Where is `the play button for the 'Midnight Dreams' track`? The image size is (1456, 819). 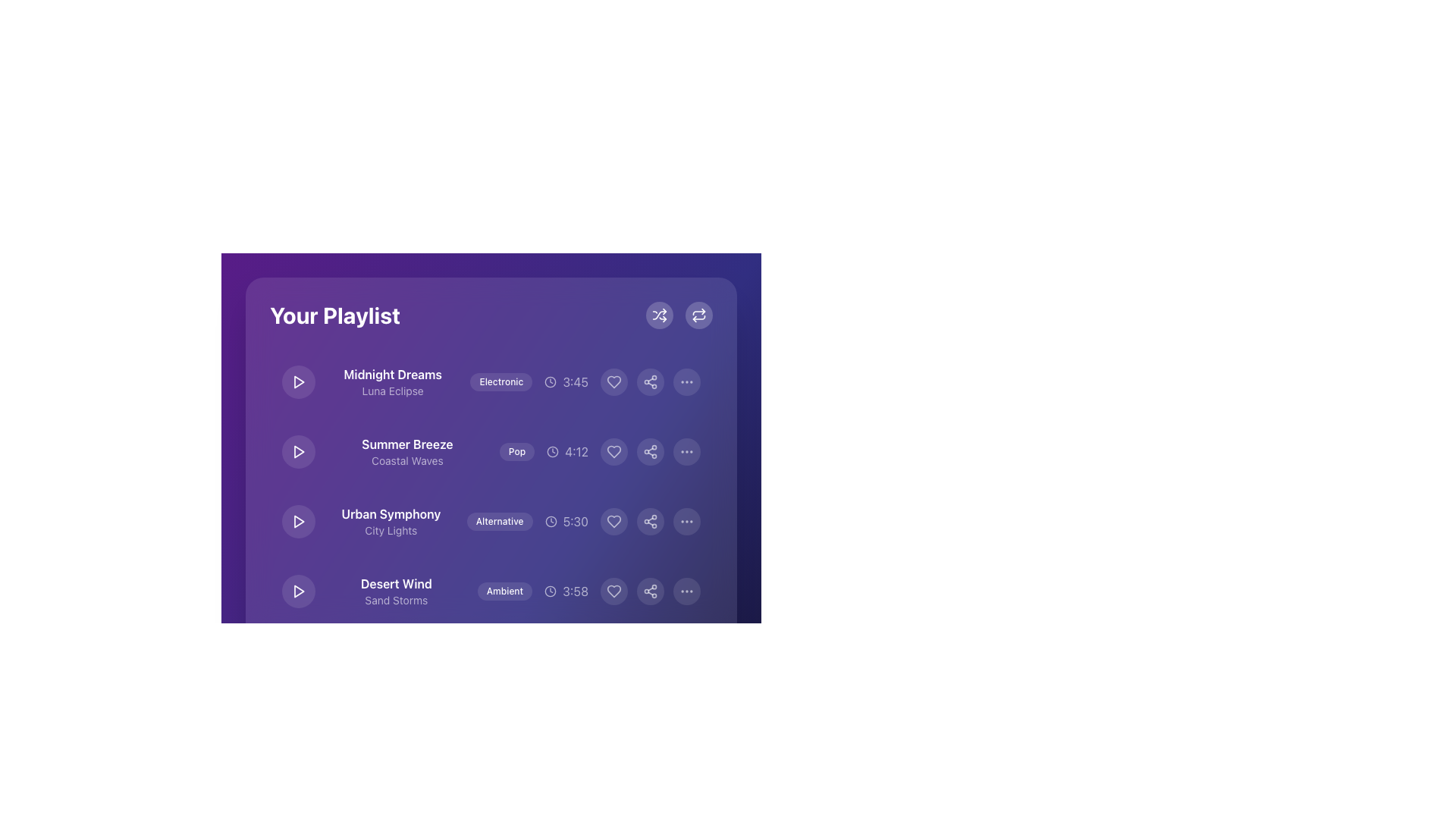
the play button for the 'Midnight Dreams' track is located at coordinates (299, 381).